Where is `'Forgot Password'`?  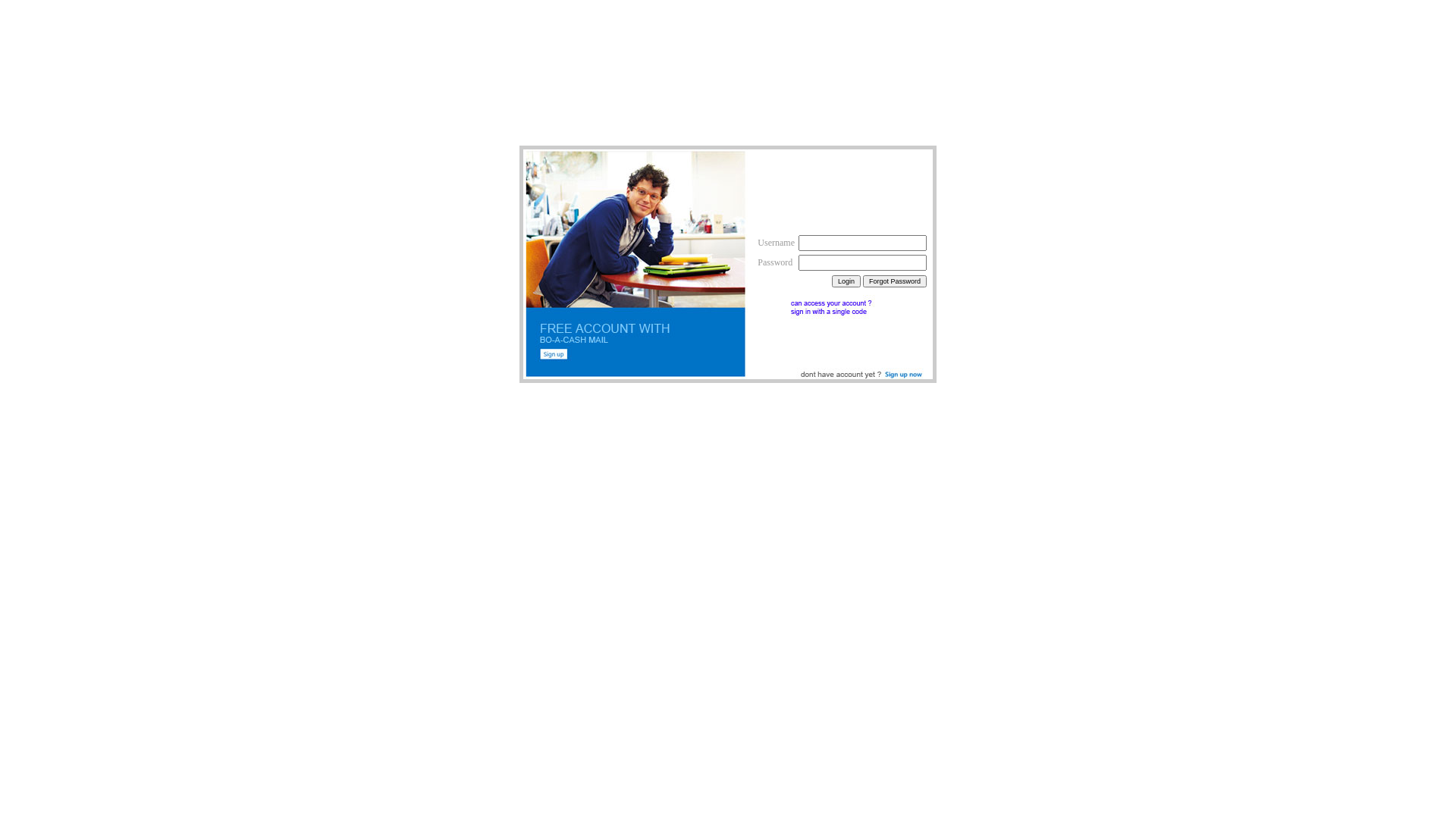 'Forgot Password' is located at coordinates (895, 281).